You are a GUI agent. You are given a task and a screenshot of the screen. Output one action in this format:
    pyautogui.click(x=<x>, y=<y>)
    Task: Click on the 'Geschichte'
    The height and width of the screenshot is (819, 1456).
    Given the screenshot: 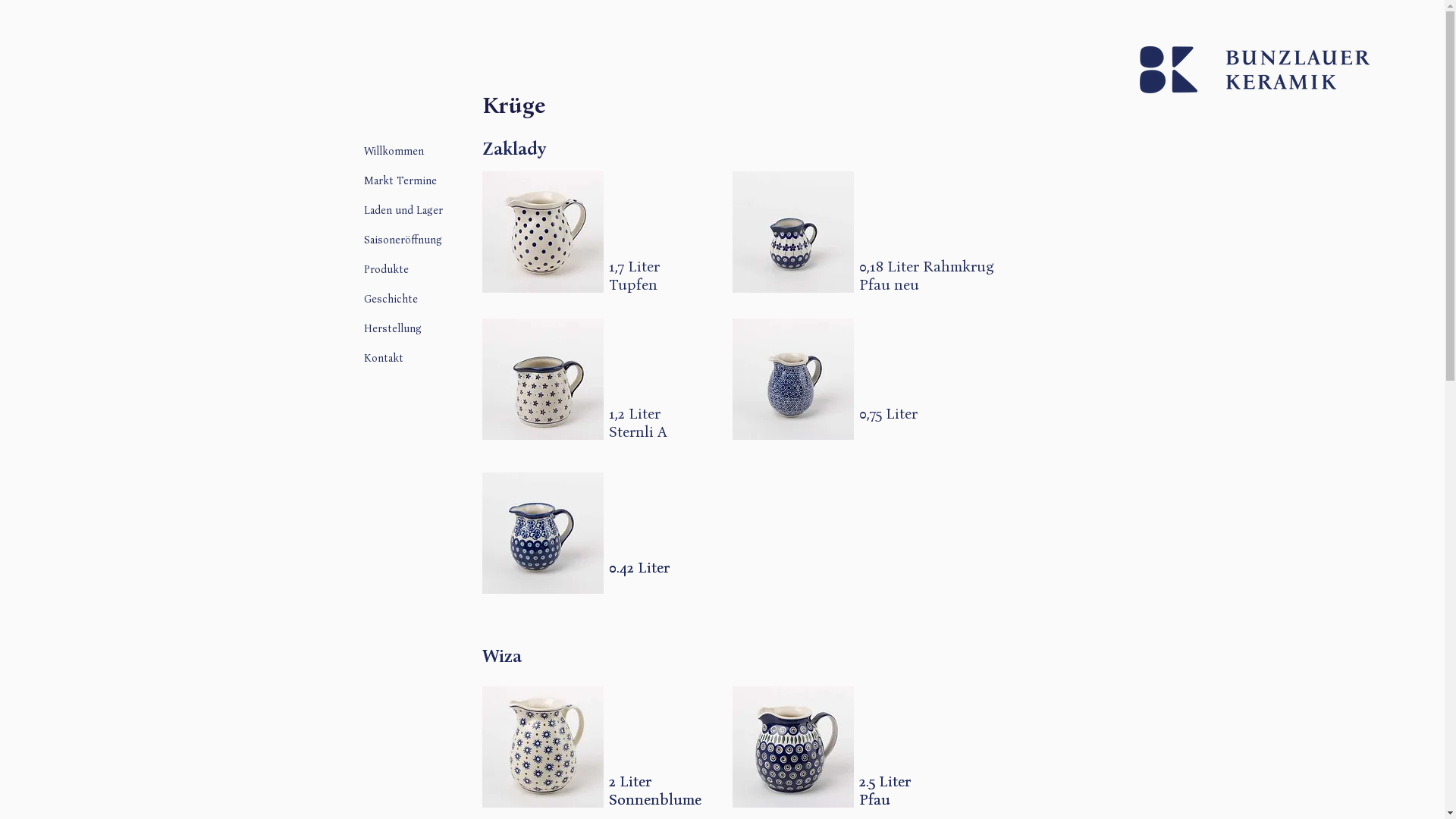 What is the action you would take?
    pyautogui.click(x=442, y=298)
    